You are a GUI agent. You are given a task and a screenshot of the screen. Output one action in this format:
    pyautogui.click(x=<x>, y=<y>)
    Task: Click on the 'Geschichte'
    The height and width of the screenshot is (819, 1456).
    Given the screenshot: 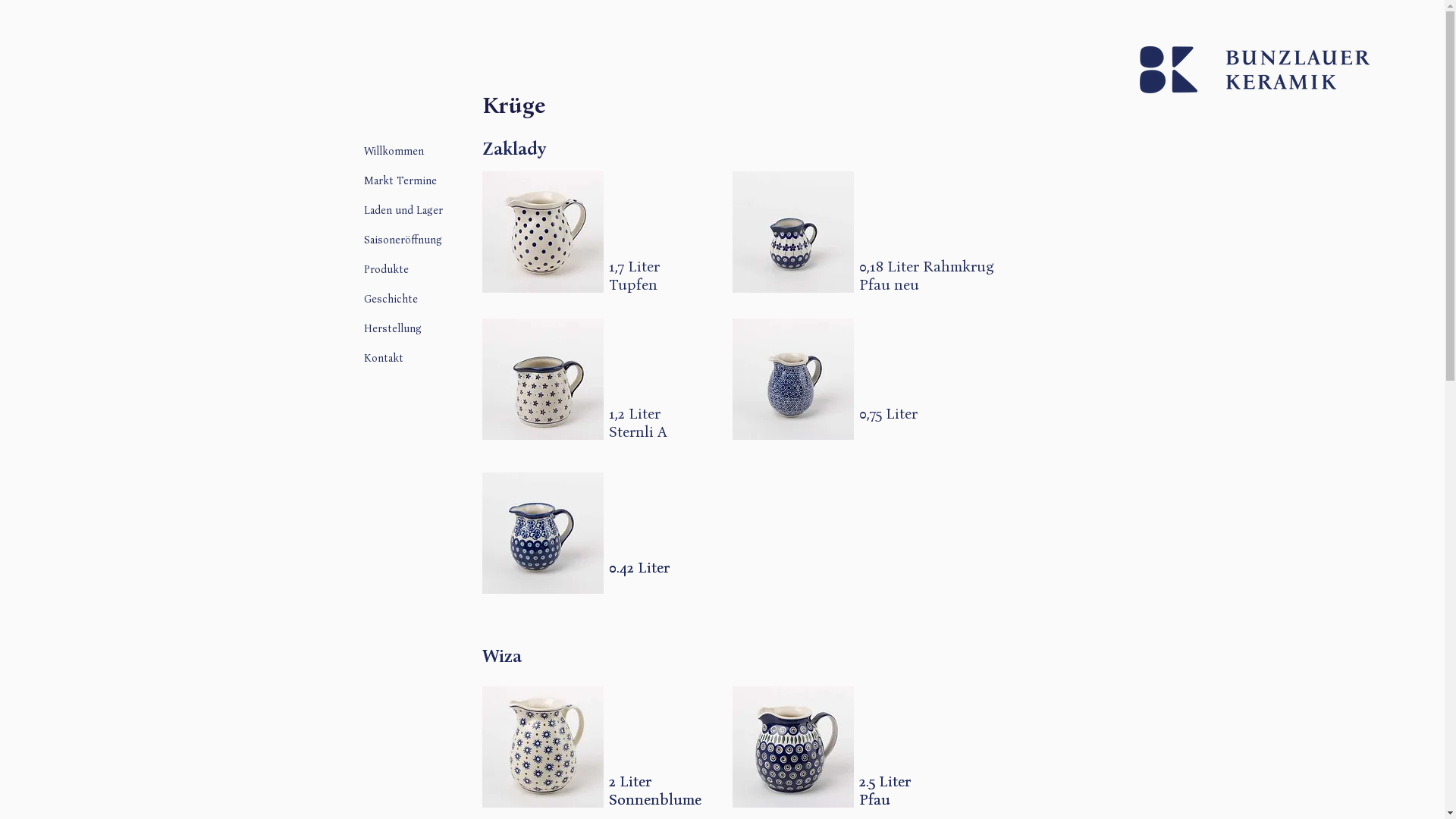 What is the action you would take?
    pyautogui.click(x=442, y=298)
    